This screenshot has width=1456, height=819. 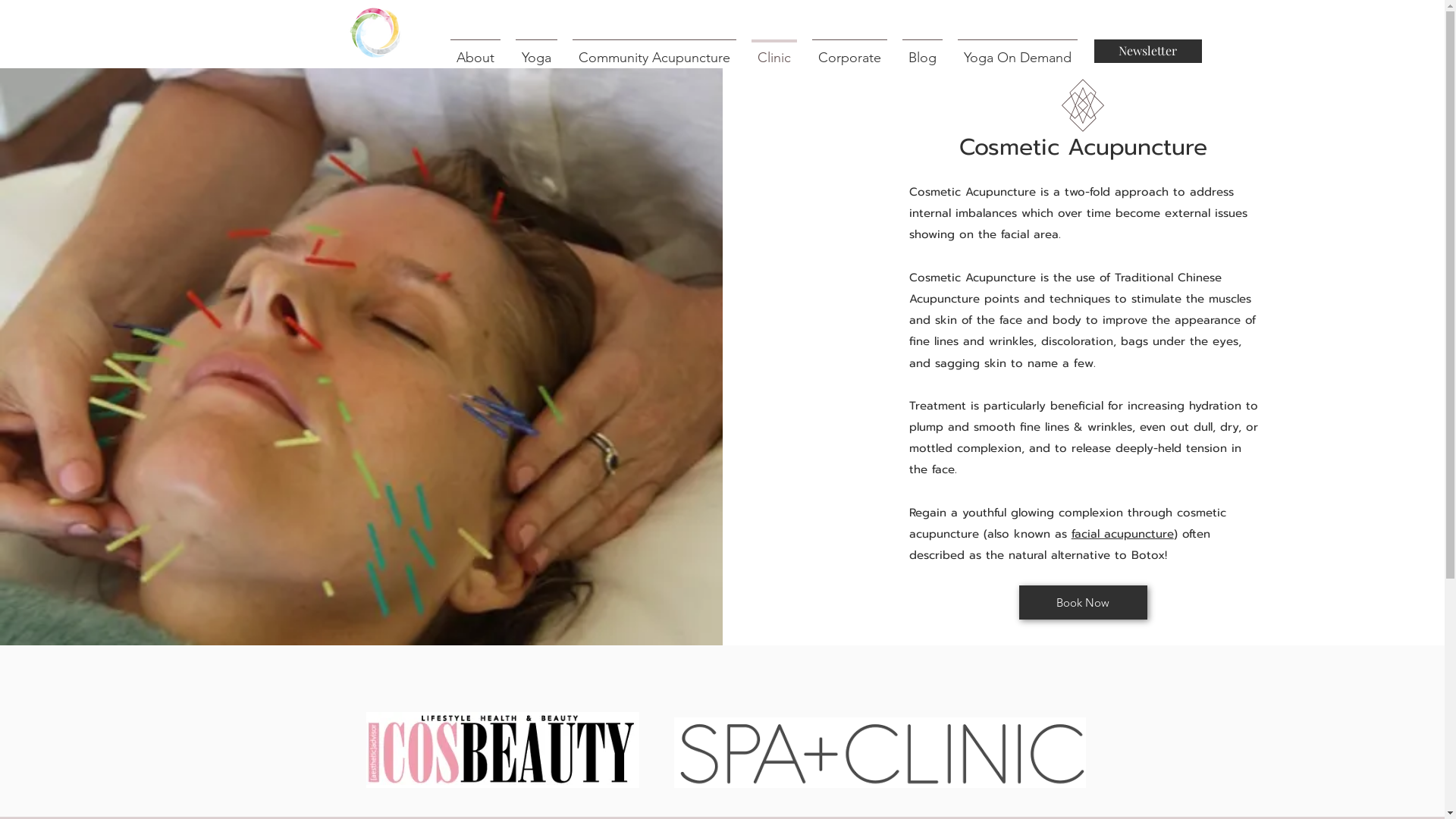 I want to click on 'Blog', so click(x=921, y=50).